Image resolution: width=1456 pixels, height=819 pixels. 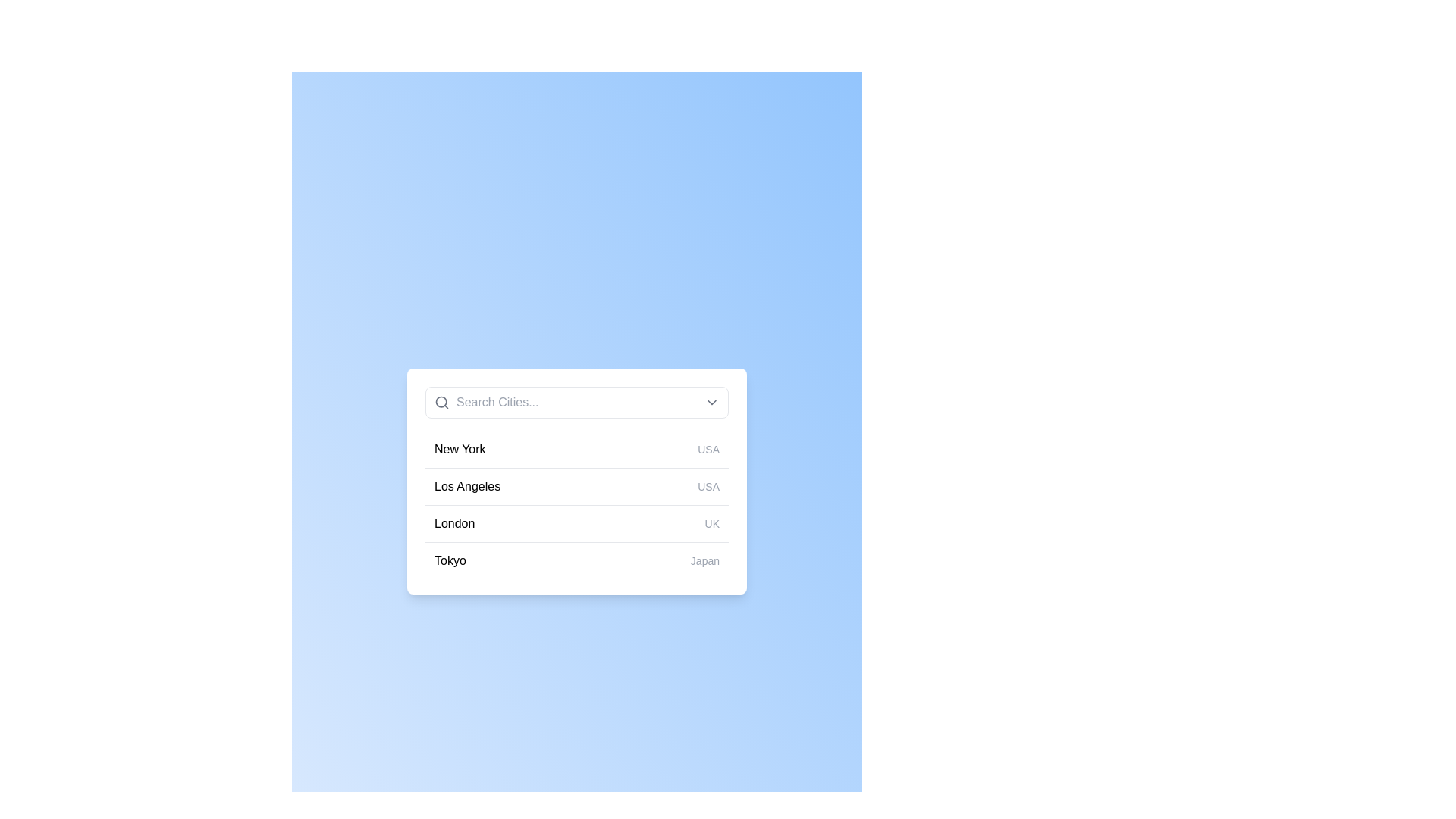 I want to click on the fourth row list item representing 'Tokyo, Japan', located between 'London, UK' and 'Sydney, Australia', so click(x=576, y=560).